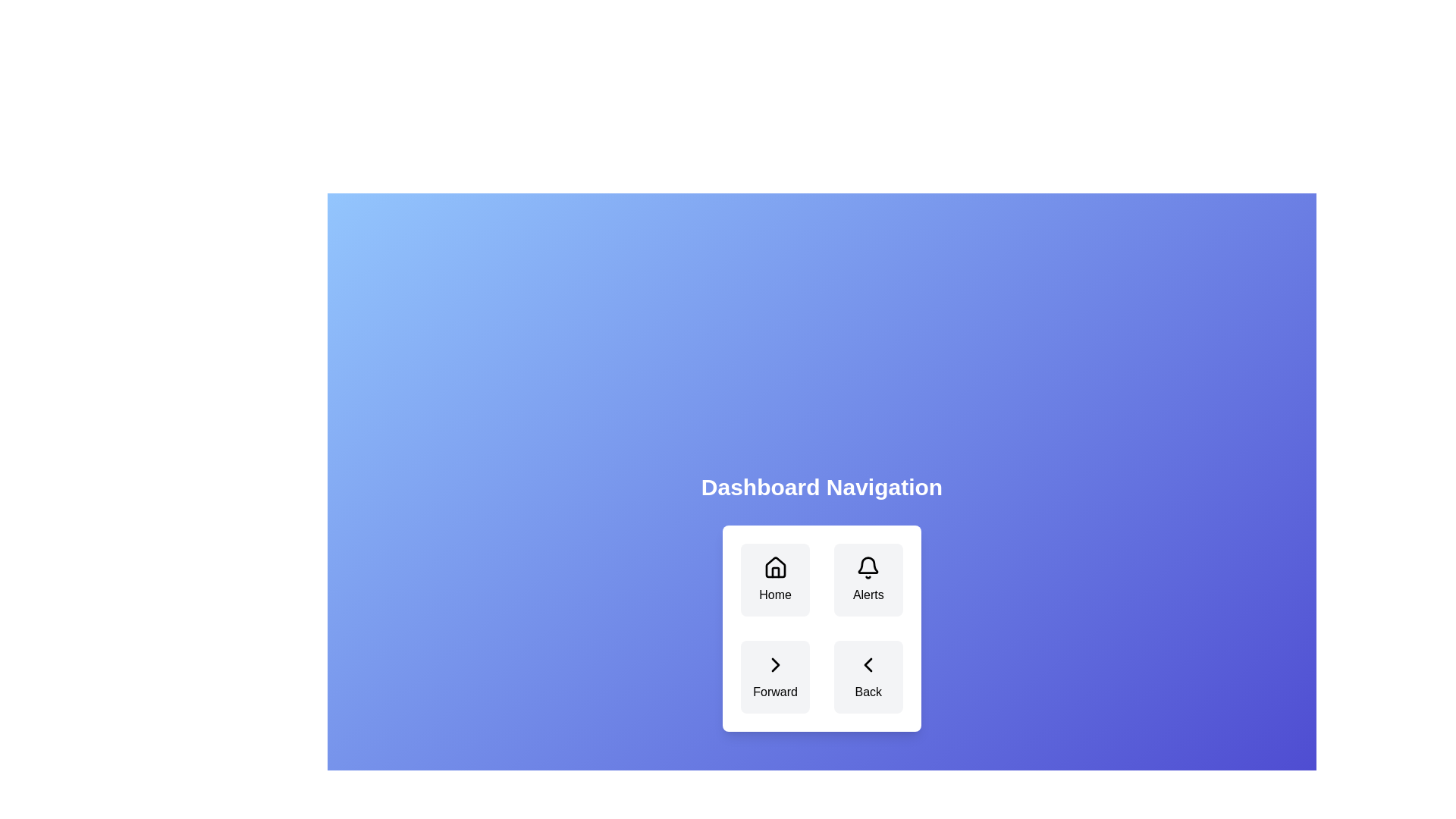 The height and width of the screenshot is (819, 1456). Describe the element at coordinates (868, 579) in the screenshot. I see `the 'Alerts' button with the bell icon` at that location.